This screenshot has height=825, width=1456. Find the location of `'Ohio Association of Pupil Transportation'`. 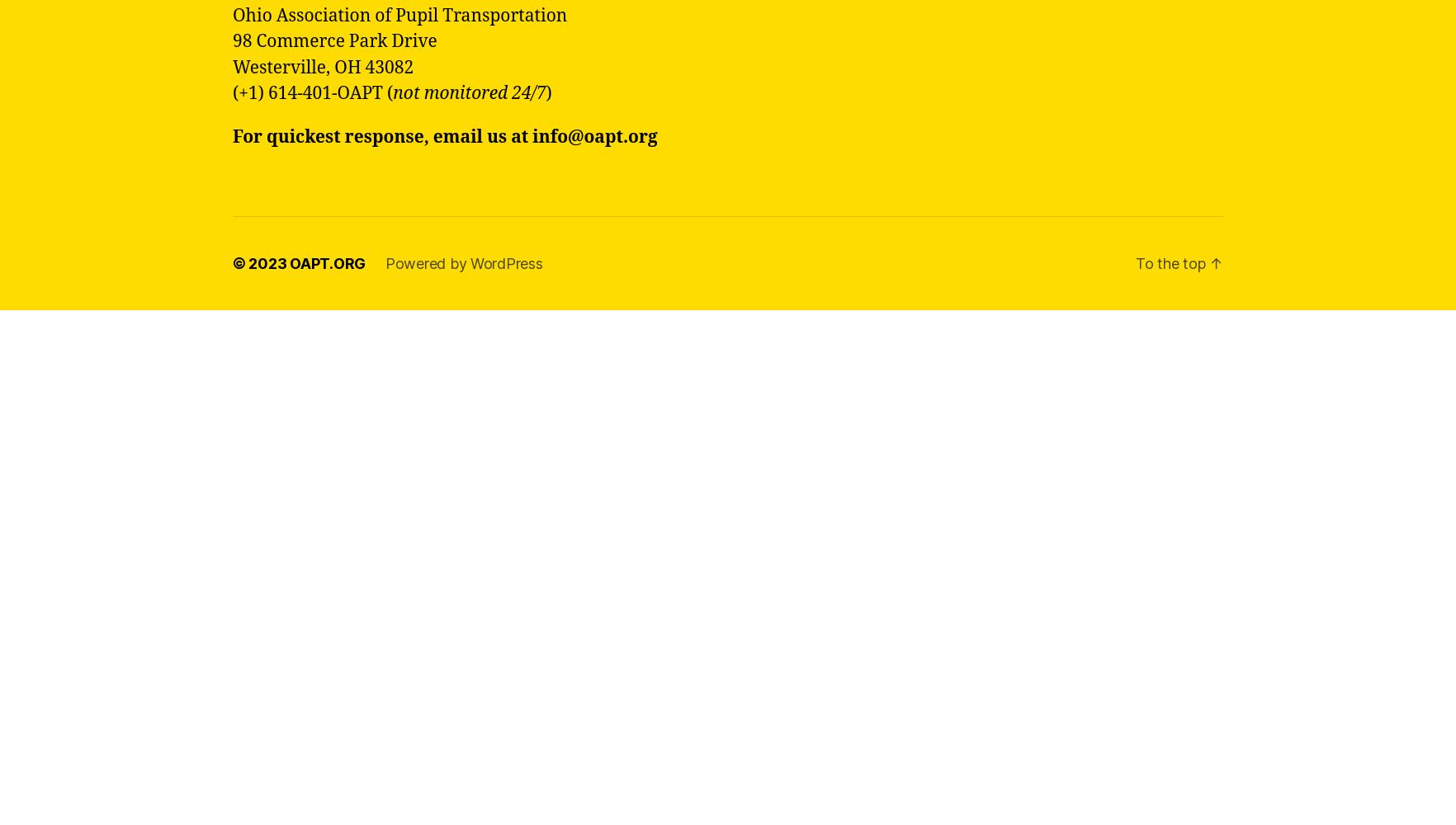

'Ohio Association of Pupil Transportation' is located at coordinates (399, 15).